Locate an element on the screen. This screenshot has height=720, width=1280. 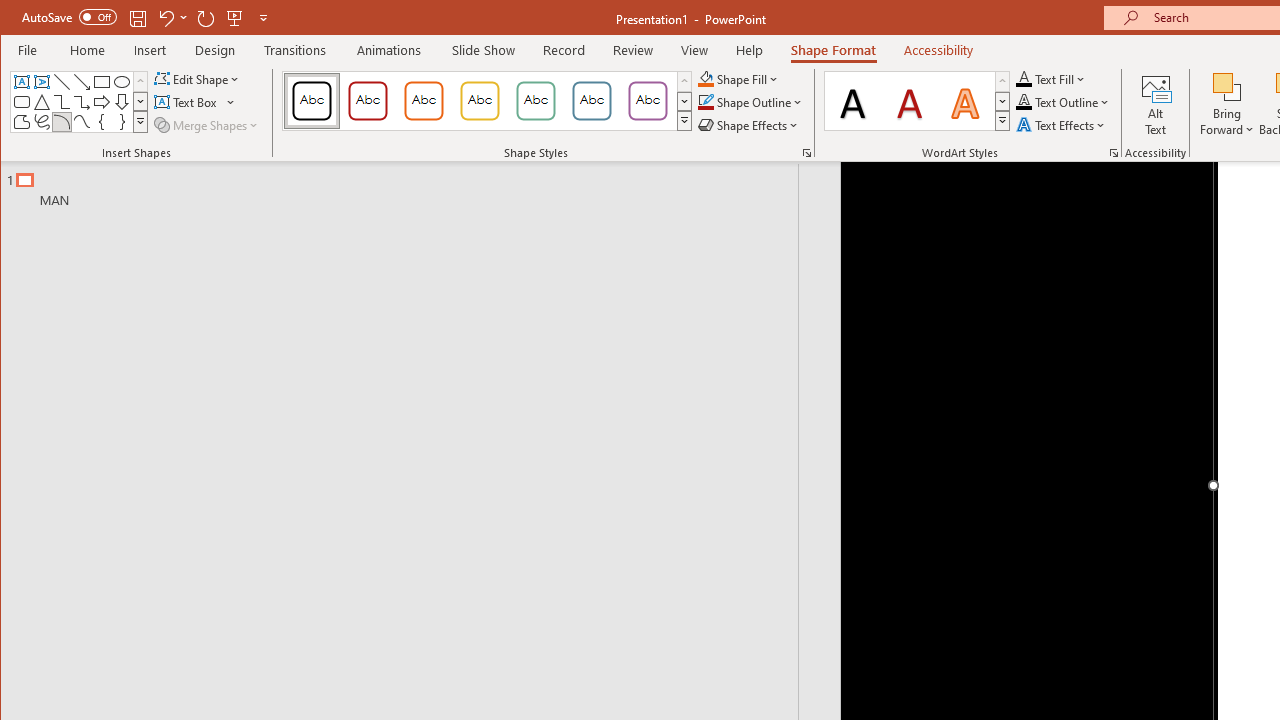
'Text Fill RGB(0, 0, 0)' is located at coordinates (1024, 78).